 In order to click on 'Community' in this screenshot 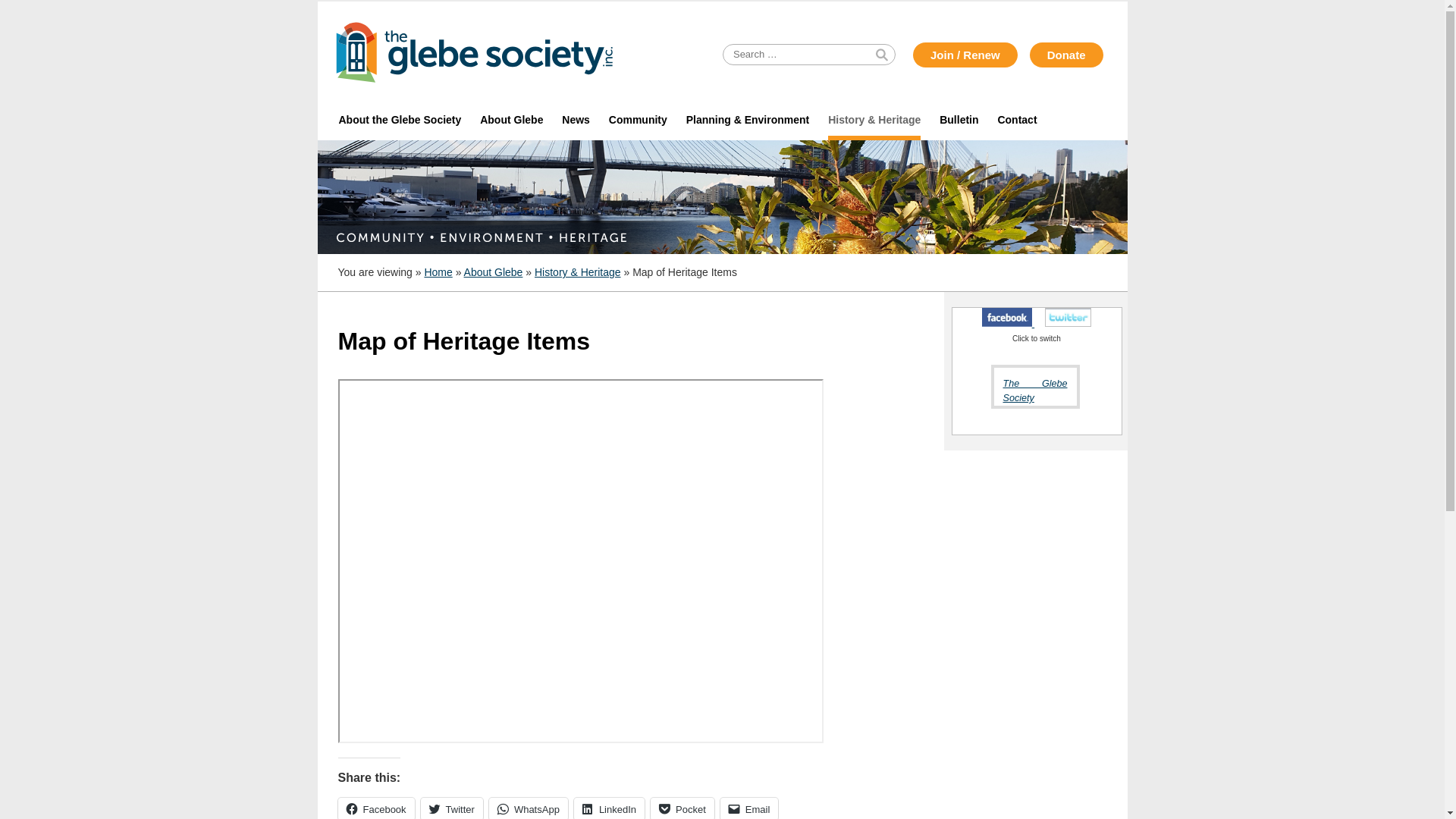, I will do `click(637, 119)`.